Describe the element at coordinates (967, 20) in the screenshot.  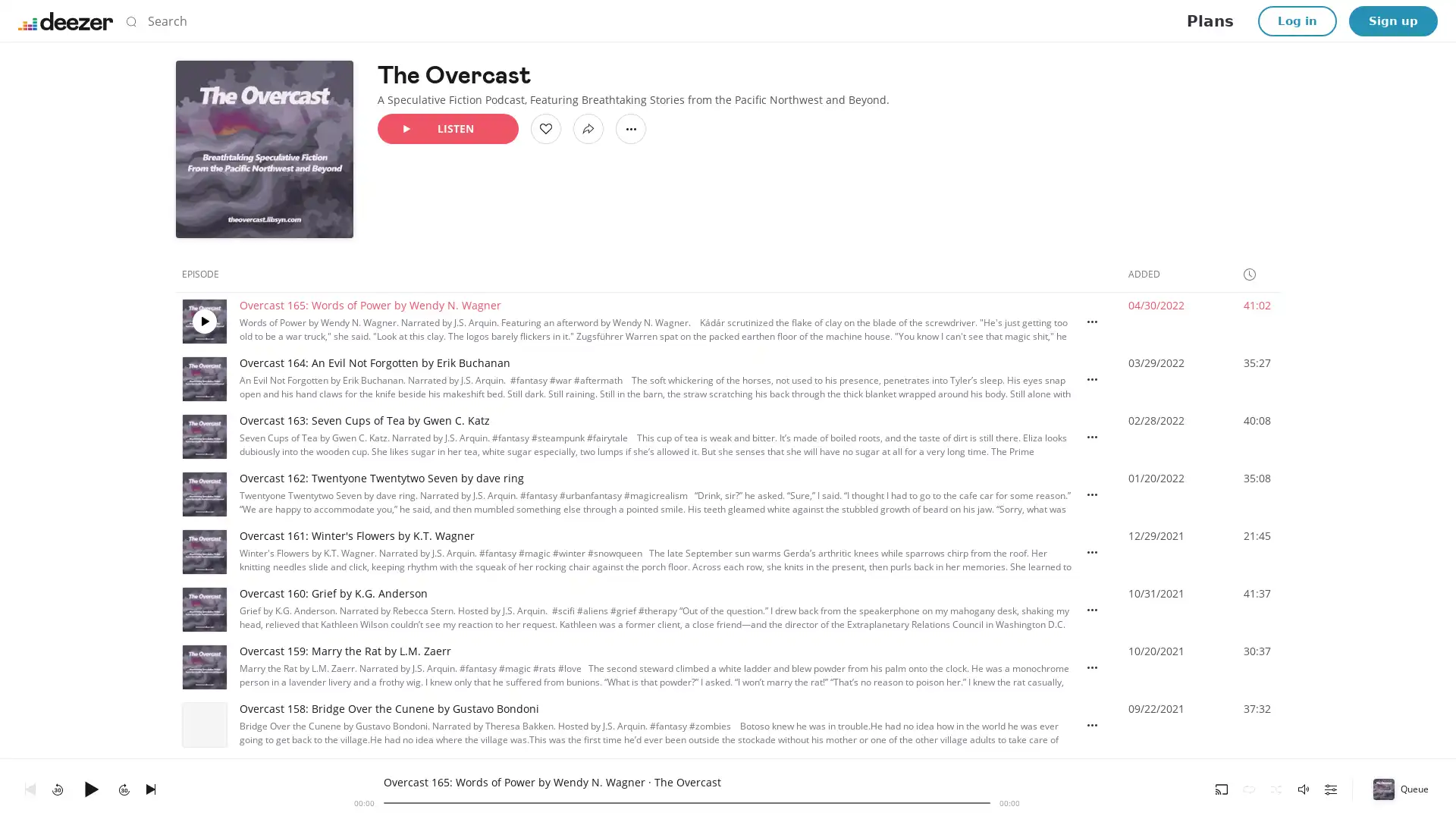
I see `Clear` at that location.